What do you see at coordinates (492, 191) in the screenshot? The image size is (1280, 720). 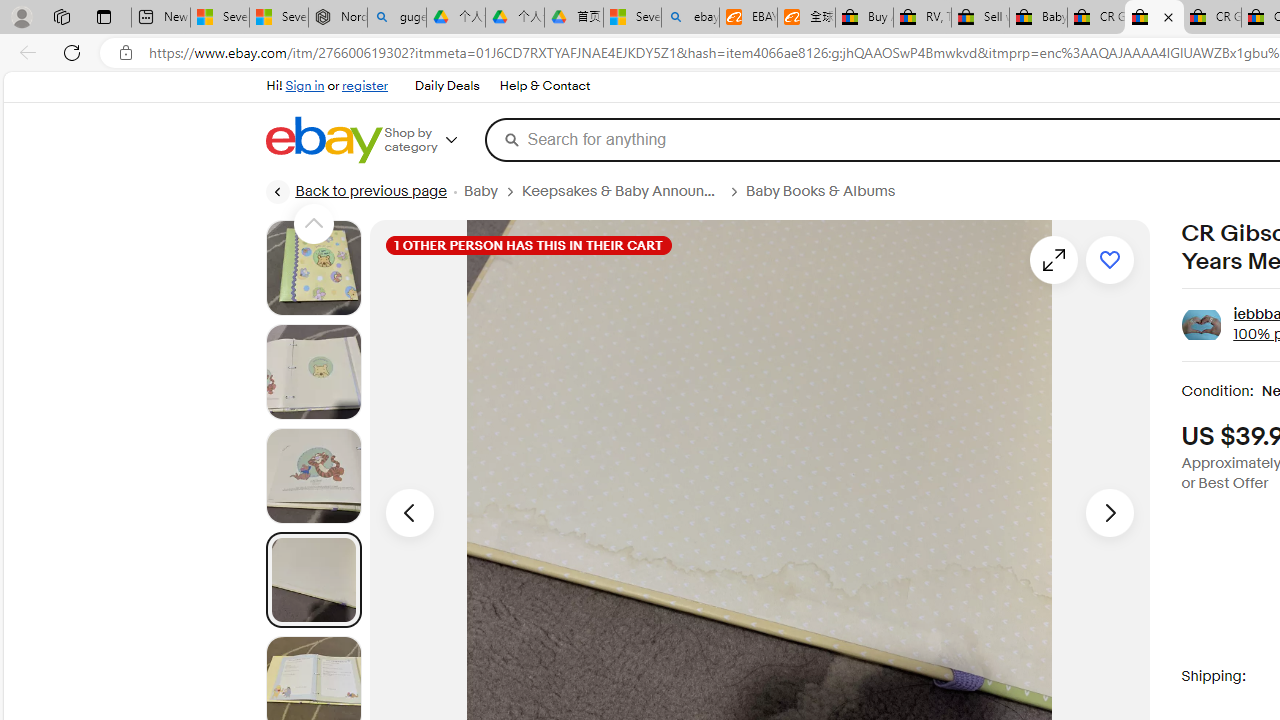 I see `'Baby'` at bounding box center [492, 191].